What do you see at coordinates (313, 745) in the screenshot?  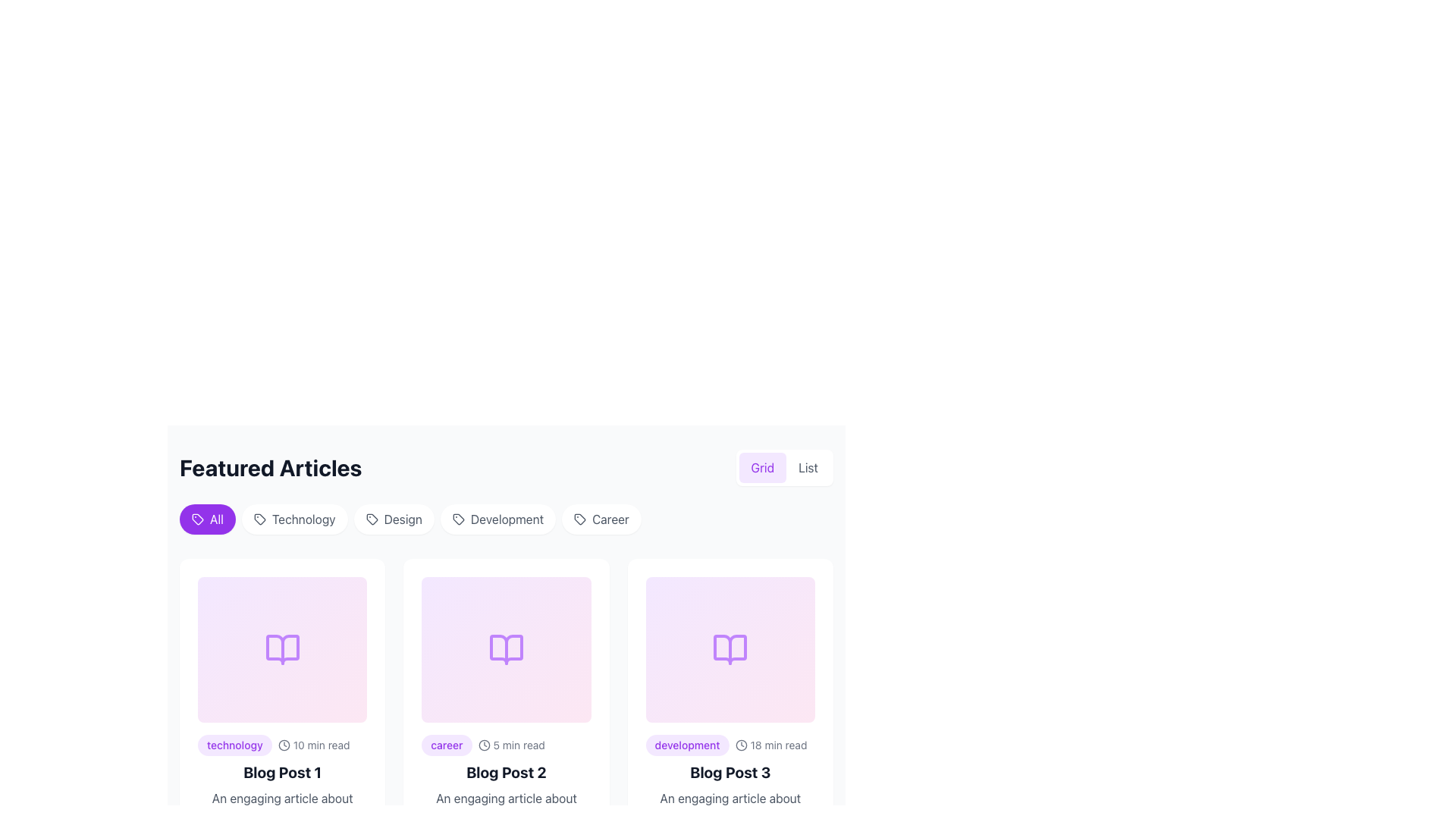 I see `text content of the label indicating the estimated reading time for the blog post, which is positioned next to a purple-tagged label indicating the category 'technology' in the first blog card under the 'Featured Articles' section` at bounding box center [313, 745].